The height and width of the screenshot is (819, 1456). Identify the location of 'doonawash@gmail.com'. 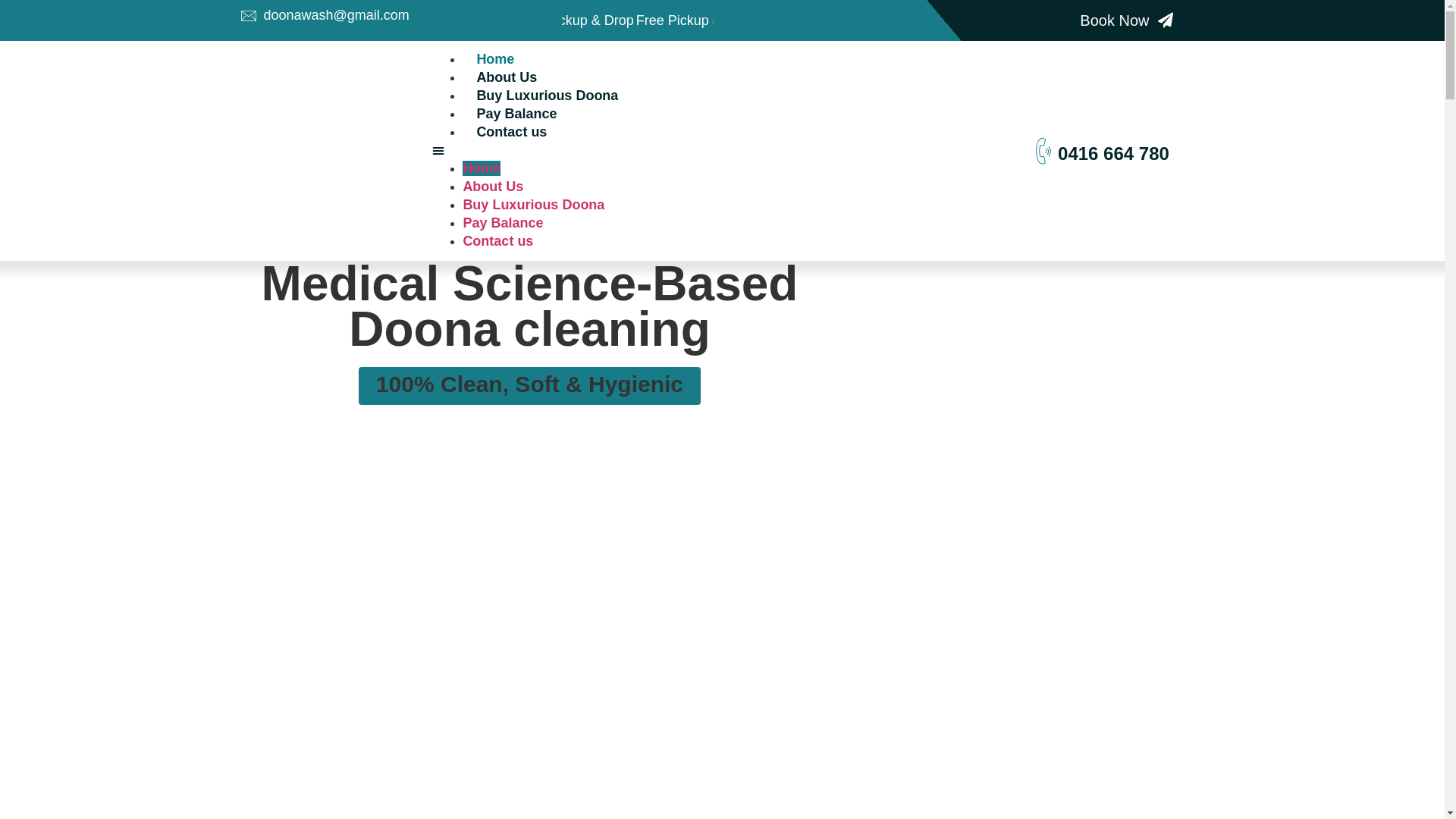
(240, 15).